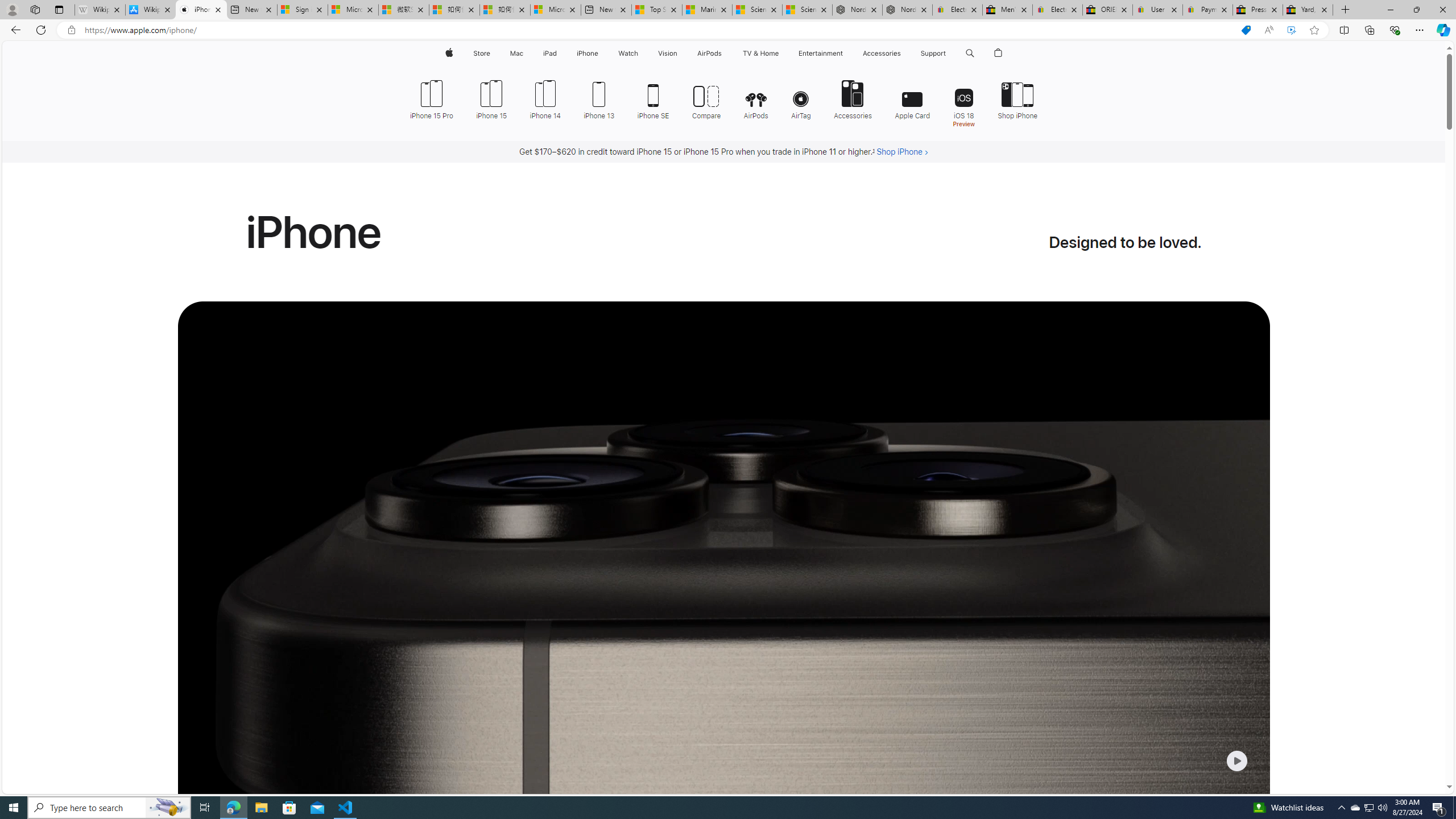 The height and width of the screenshot is (819, 1456). What do you see at coordinates (549, 53) in the screenshot?
I see `'iPad'` at bounding box center [549, 53].